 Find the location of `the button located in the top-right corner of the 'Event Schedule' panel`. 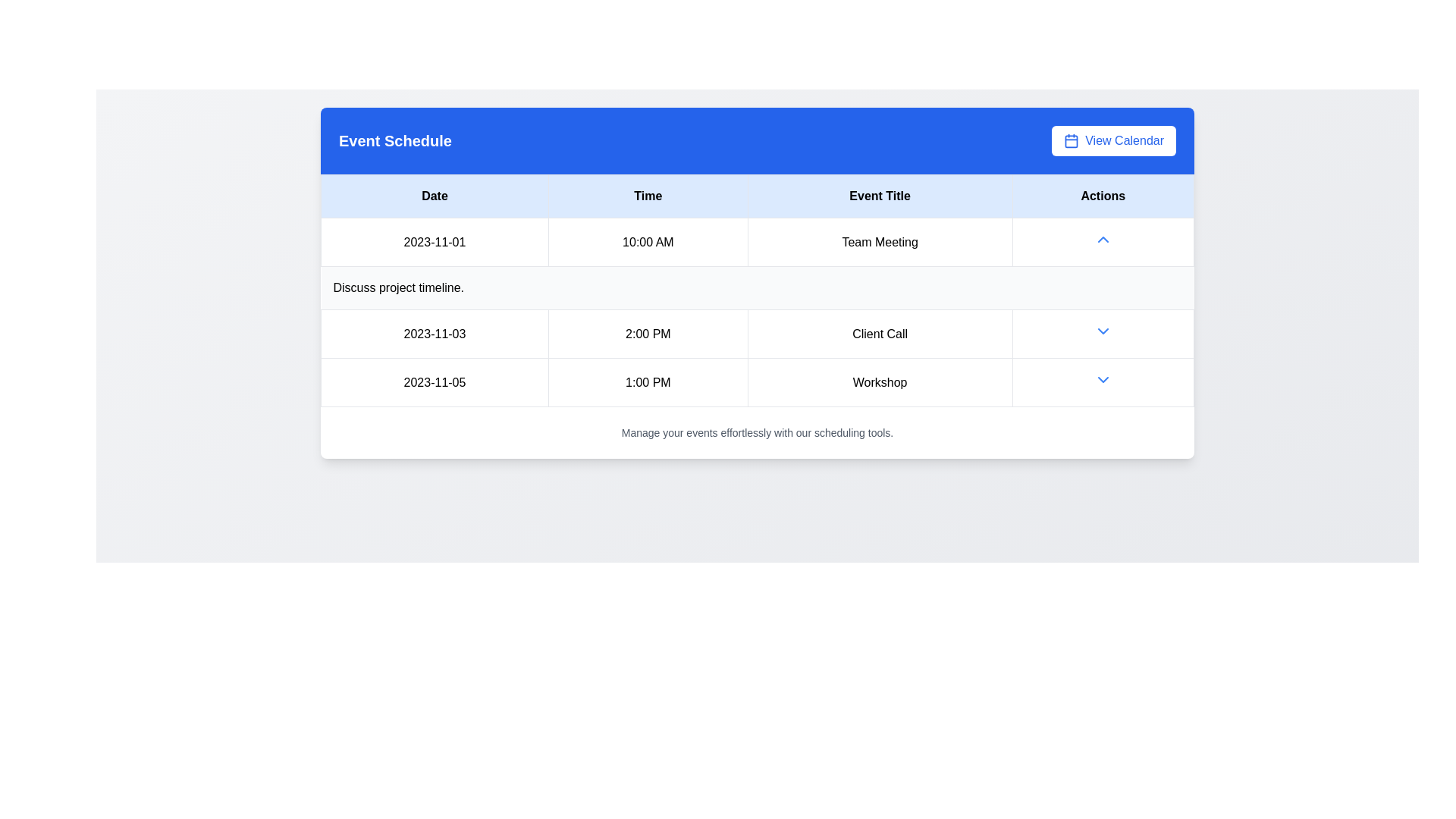

the button located in the top-right corner of the 'Event Schedule' panel is located at coordinates (1114, 140).